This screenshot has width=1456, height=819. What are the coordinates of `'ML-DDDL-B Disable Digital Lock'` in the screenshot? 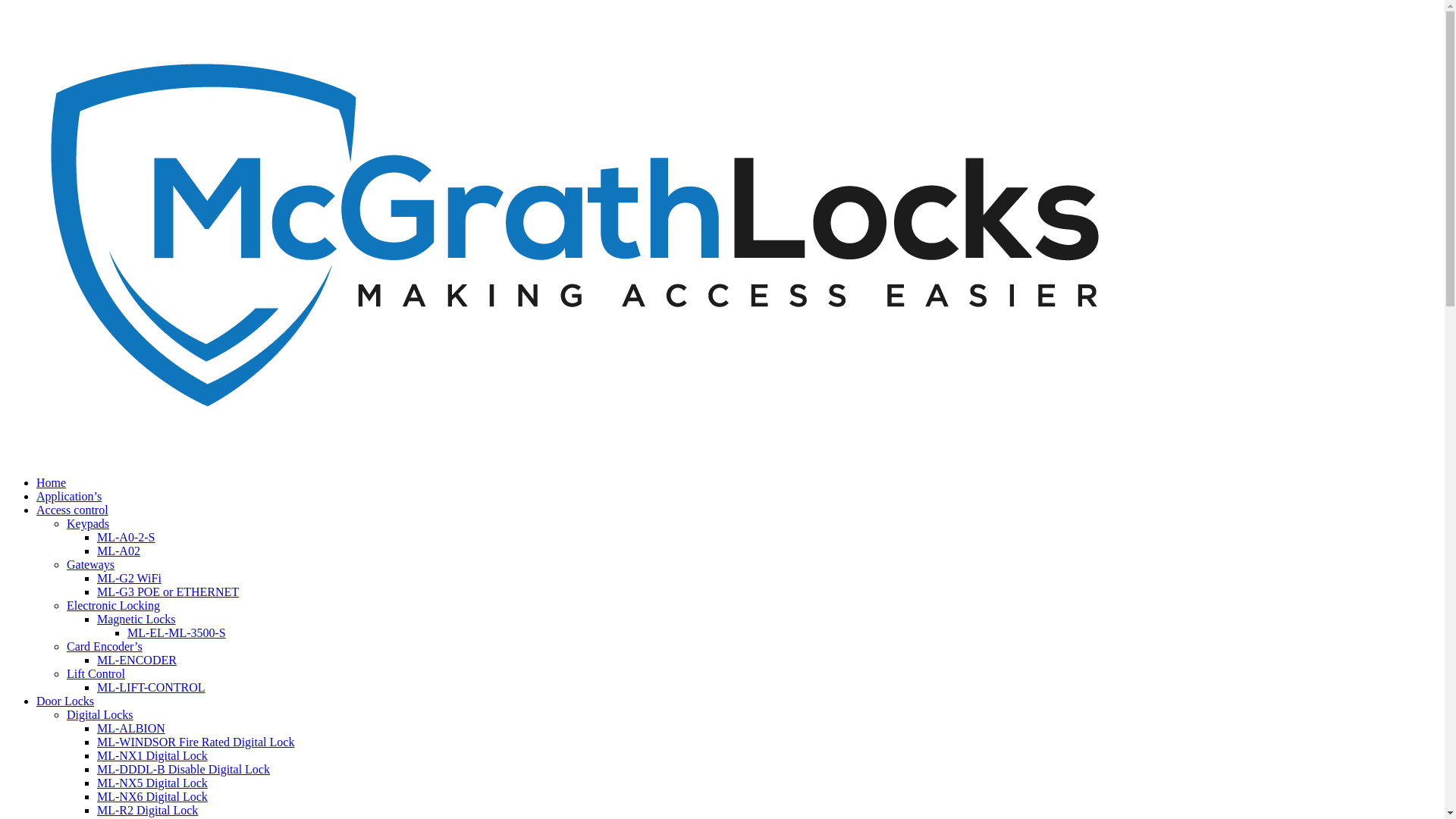 It's located at (96, 769).